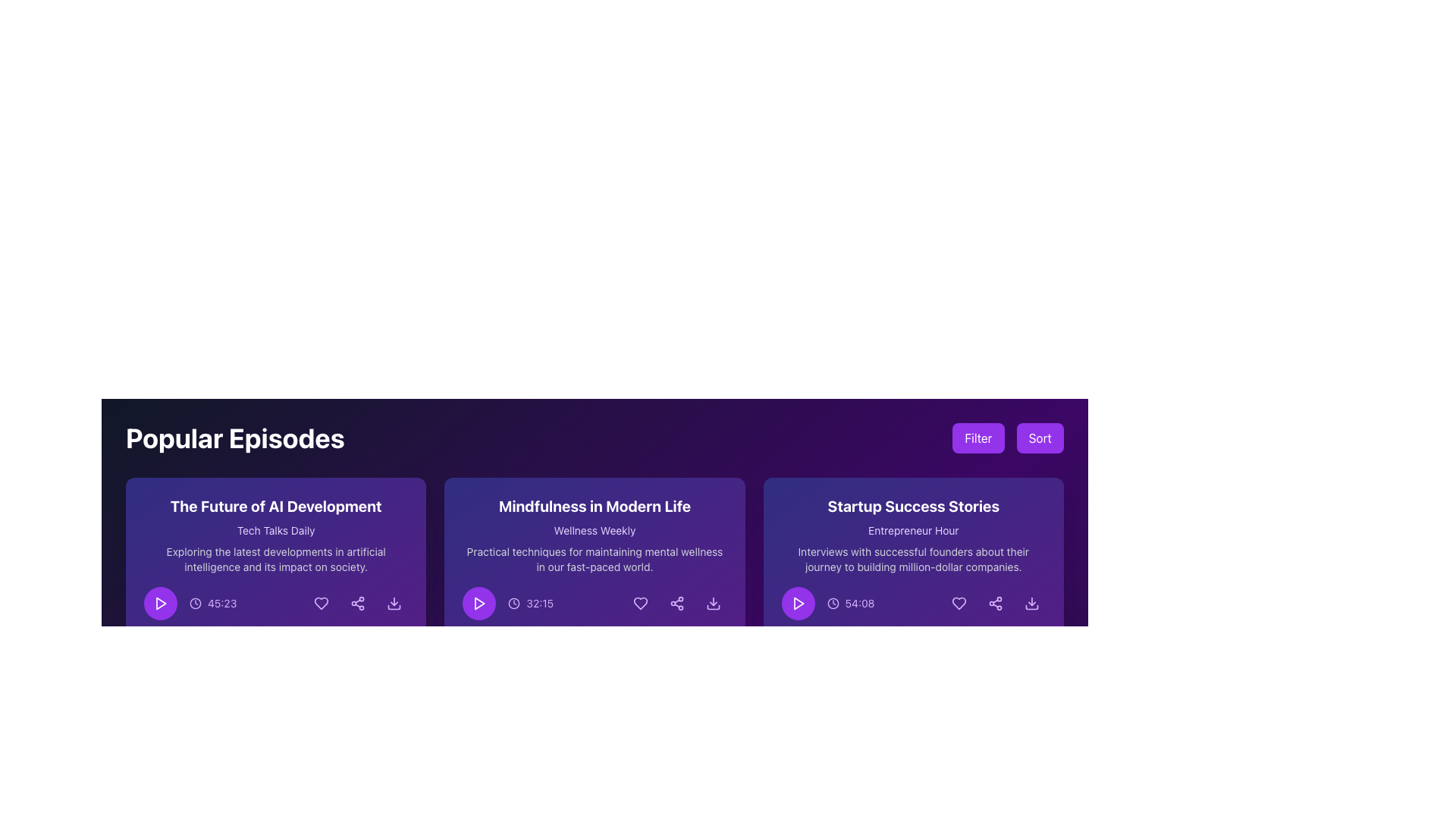 This screenshot has height=819, width=1456. I want to click on the play button located at the bottom-left corner of the 'Mindfulness in Modern Life' card to initiate media playback for the episode, so click(479, 602).